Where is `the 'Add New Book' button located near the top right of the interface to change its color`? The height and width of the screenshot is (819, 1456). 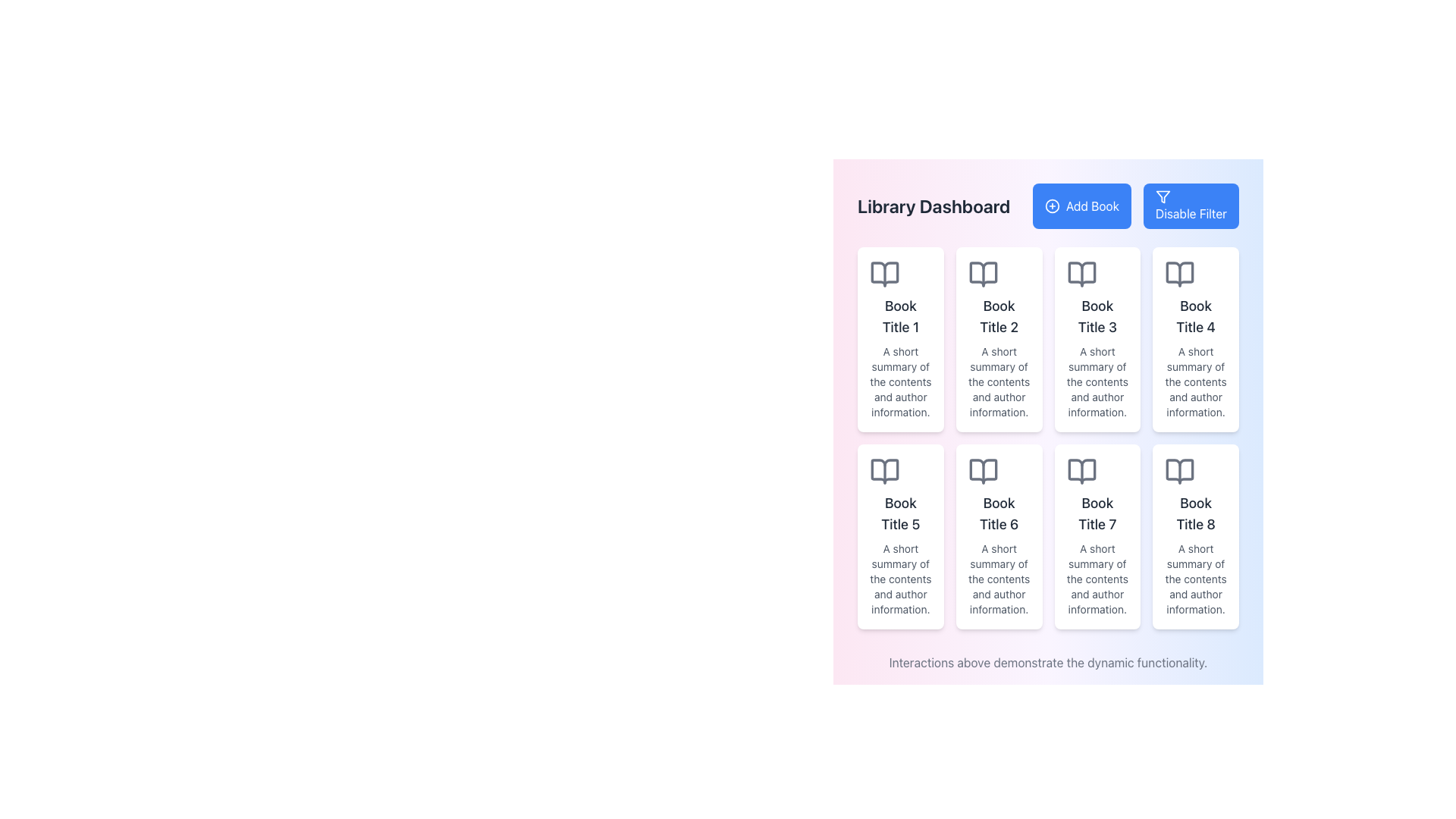
the 'Add New Book' button located near the top right of the interface to change its color is located at coordinates (1081, 206).